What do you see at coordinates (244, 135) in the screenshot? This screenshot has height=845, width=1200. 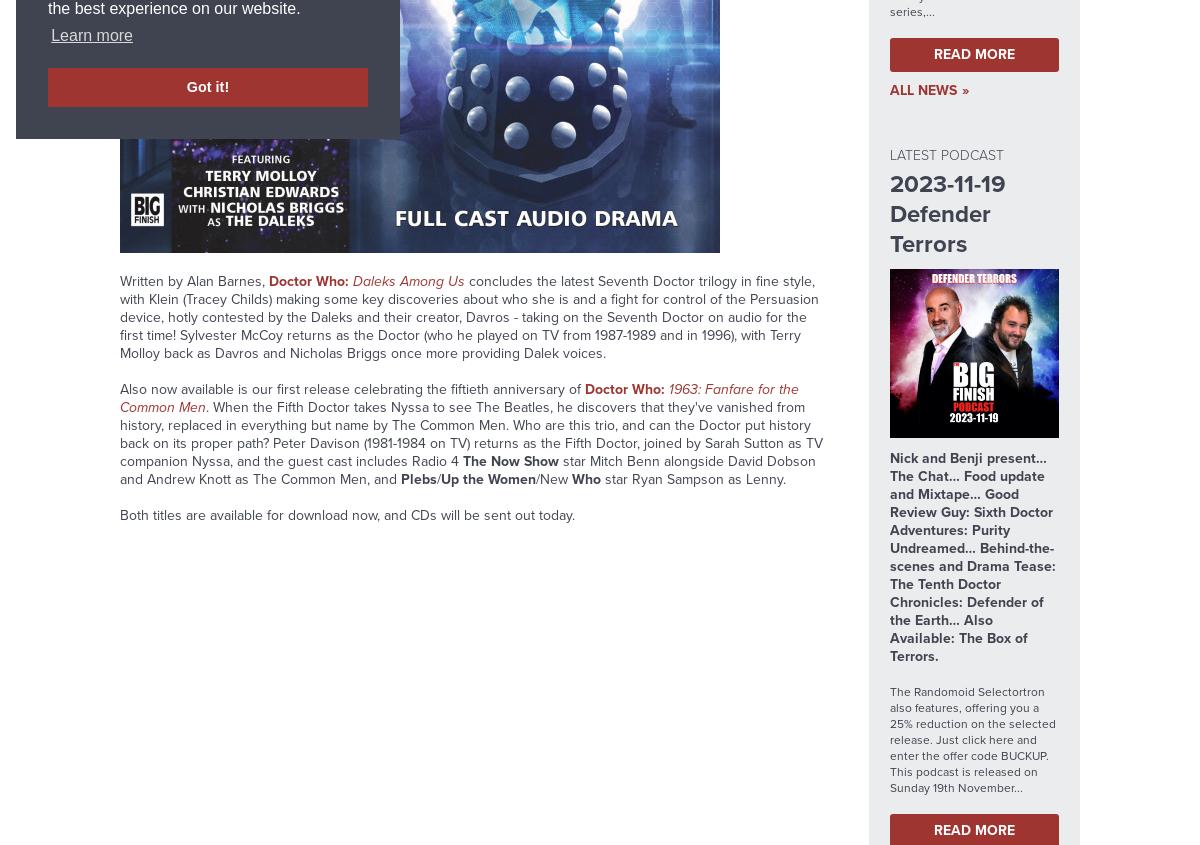 I see `'Doctor Who - The Doctor Chronicles'` at bounding box center [244, 135].